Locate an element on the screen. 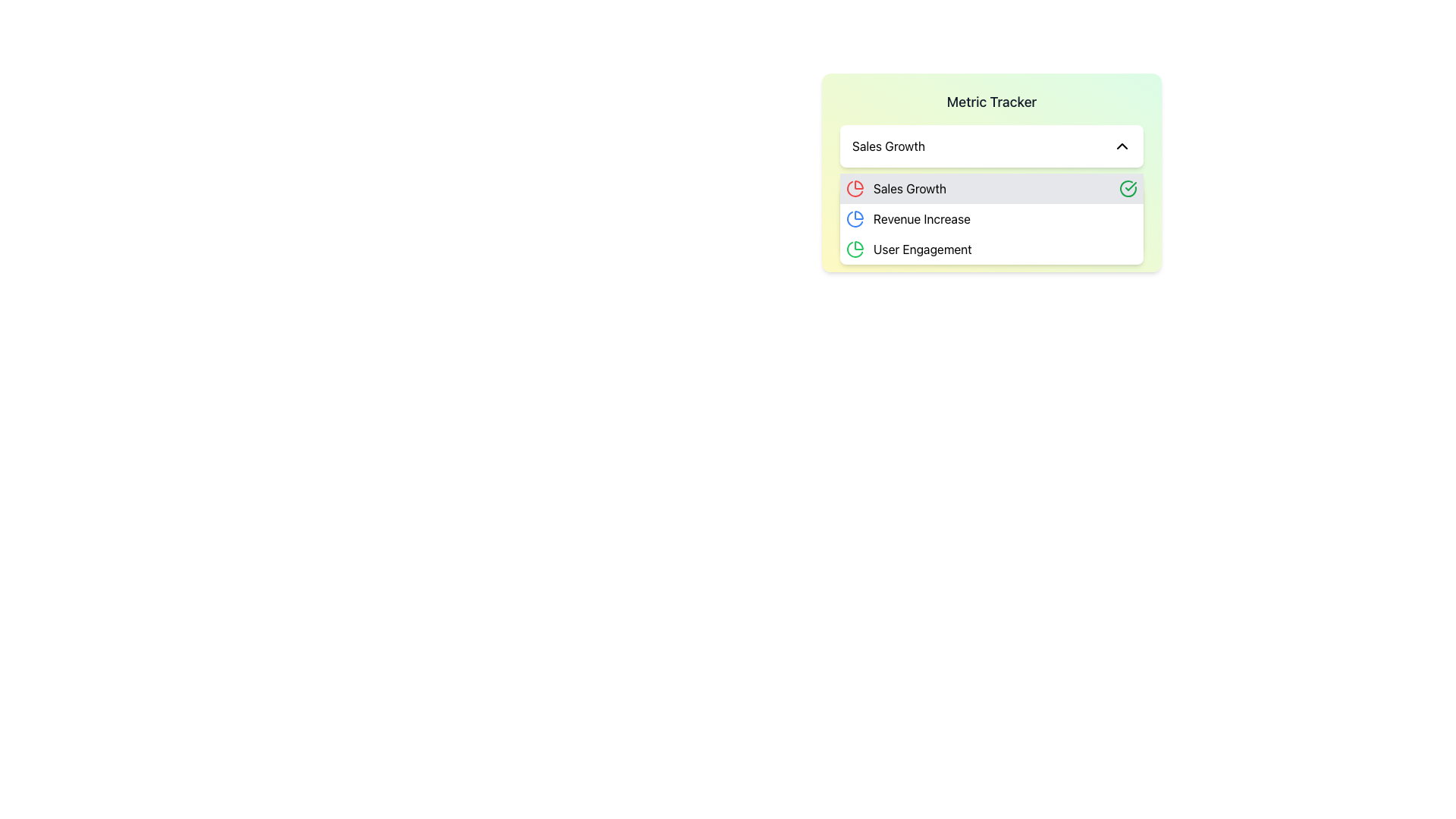  the red pie chart segment icon located next to the 'Sales Growth' label in the dropdown menu, which is the first icon in the list is located at coordinates (858, 184).